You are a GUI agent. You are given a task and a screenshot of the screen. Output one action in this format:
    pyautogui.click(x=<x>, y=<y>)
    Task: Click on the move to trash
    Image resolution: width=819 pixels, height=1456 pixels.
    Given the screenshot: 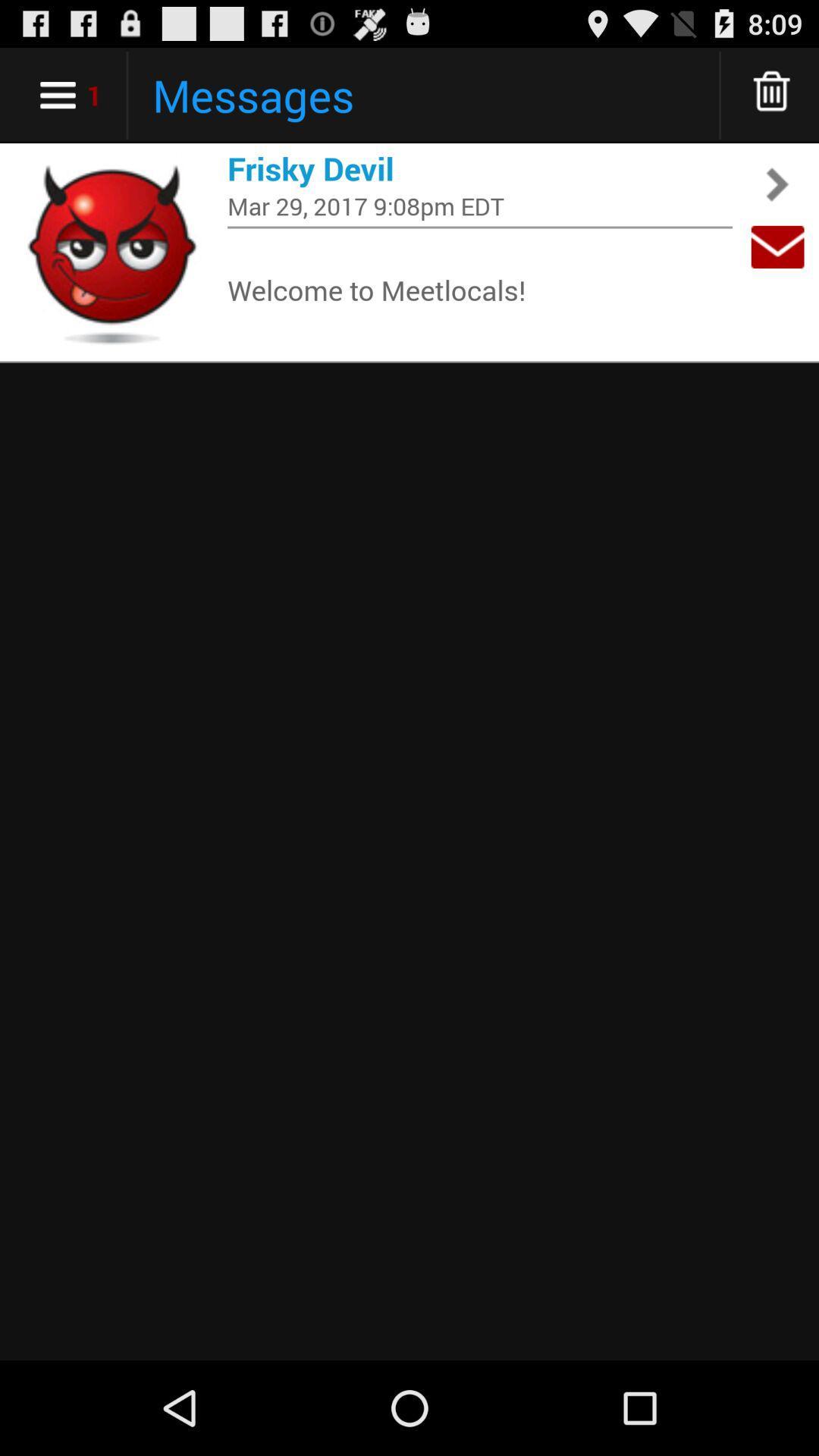 What is the action you would take?
    pyautogui.click(x=772, y=94)
    